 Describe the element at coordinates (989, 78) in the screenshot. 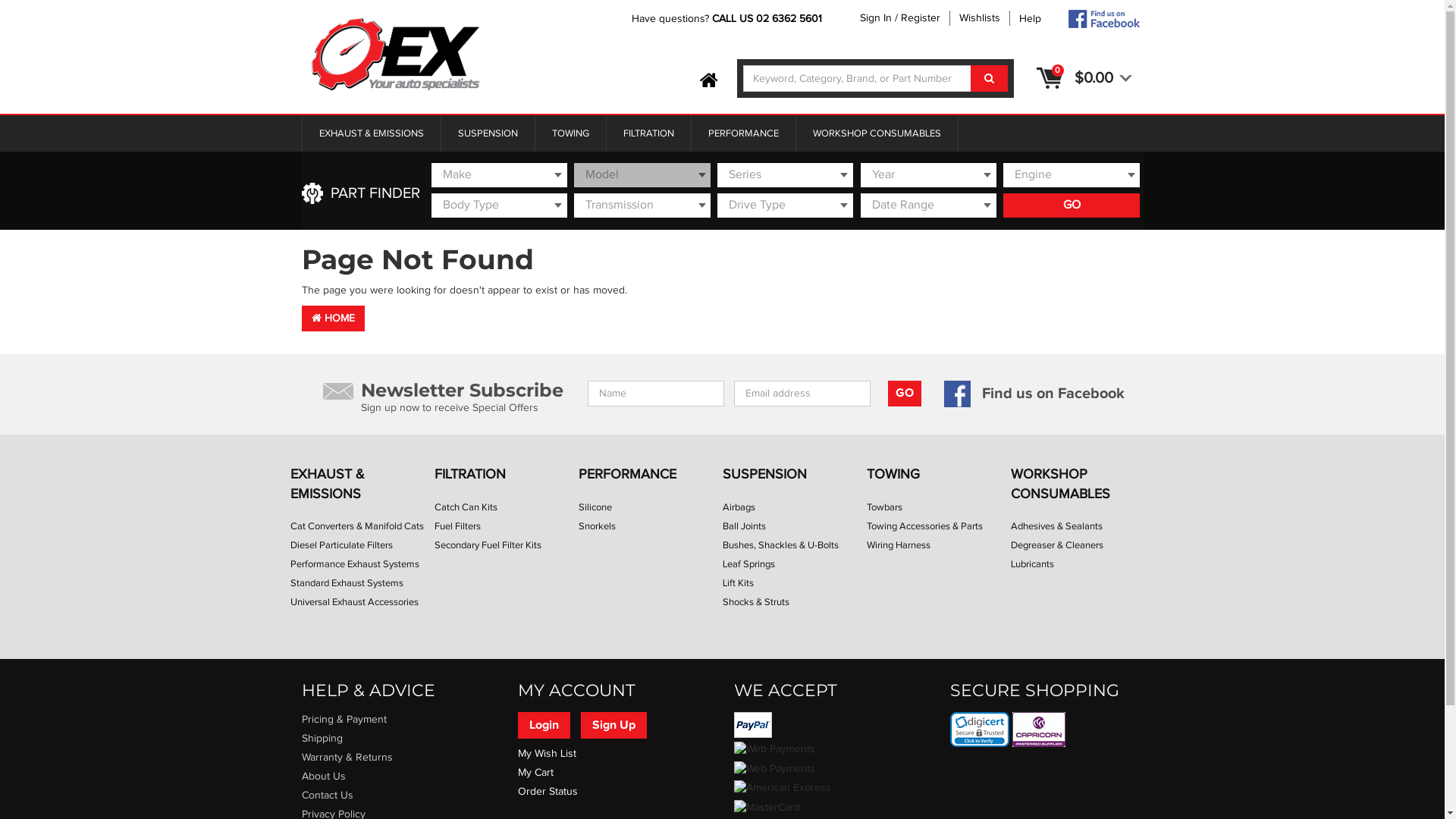

I see `'Search'` at that location.